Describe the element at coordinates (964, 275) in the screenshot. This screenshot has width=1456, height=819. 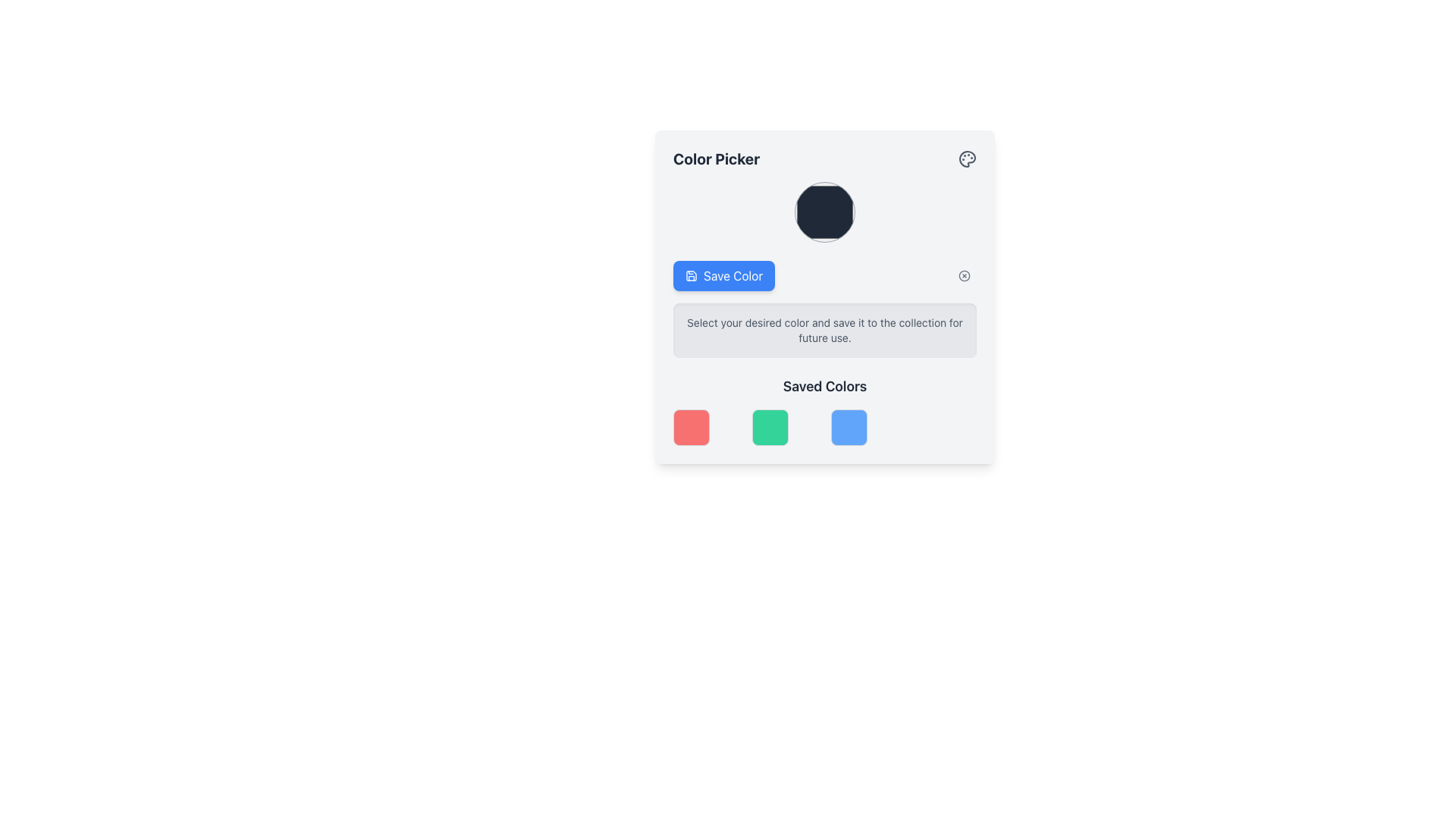
I see `the button located to the right of the 'Save Color' button, which functions to close or dismiss the 'Save Color' section` at that location.